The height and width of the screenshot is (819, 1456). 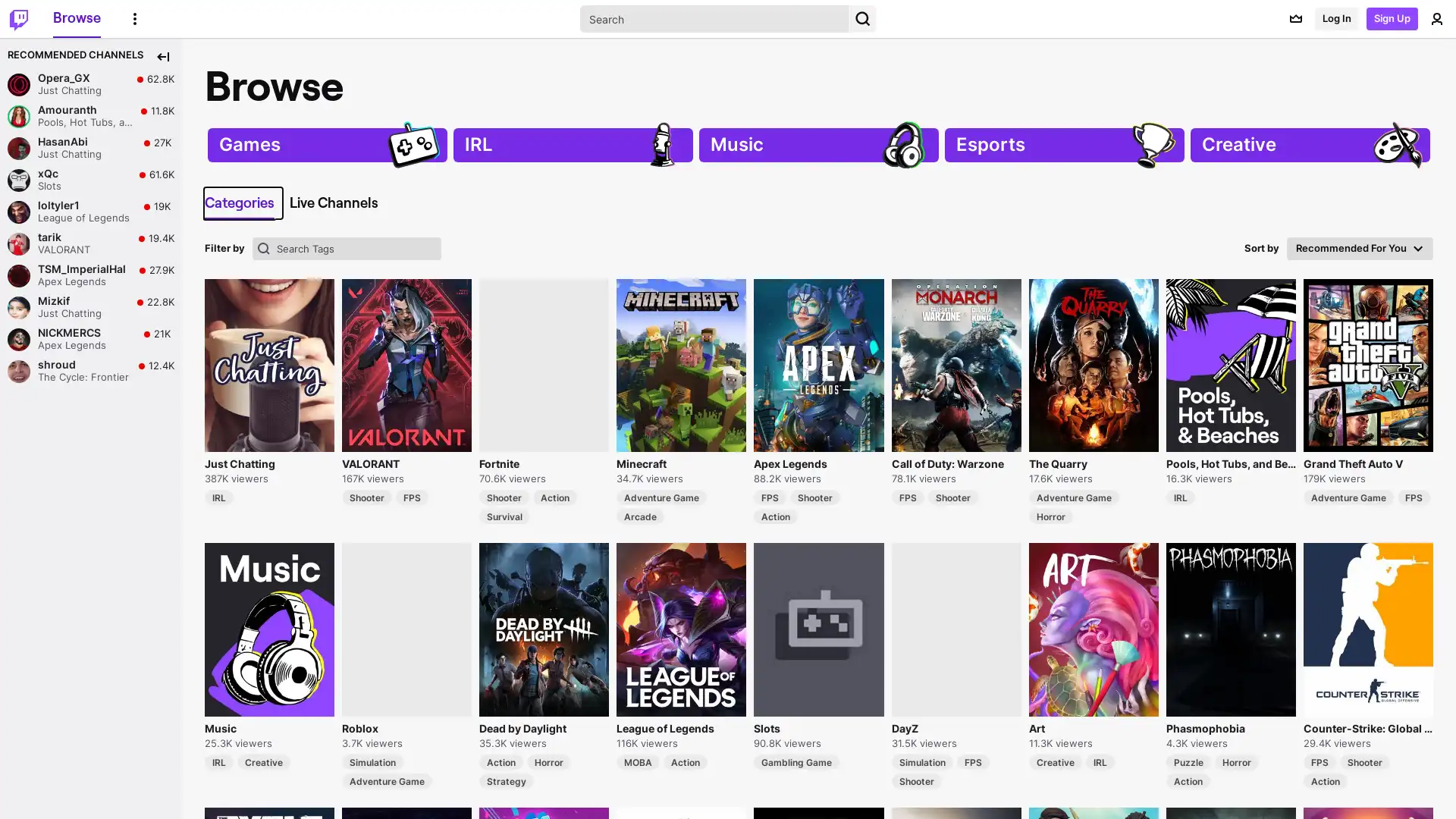 What do you see at coordinates (775, 516) in the screenshot?
I see `Action` at bounding box center [775, 516].